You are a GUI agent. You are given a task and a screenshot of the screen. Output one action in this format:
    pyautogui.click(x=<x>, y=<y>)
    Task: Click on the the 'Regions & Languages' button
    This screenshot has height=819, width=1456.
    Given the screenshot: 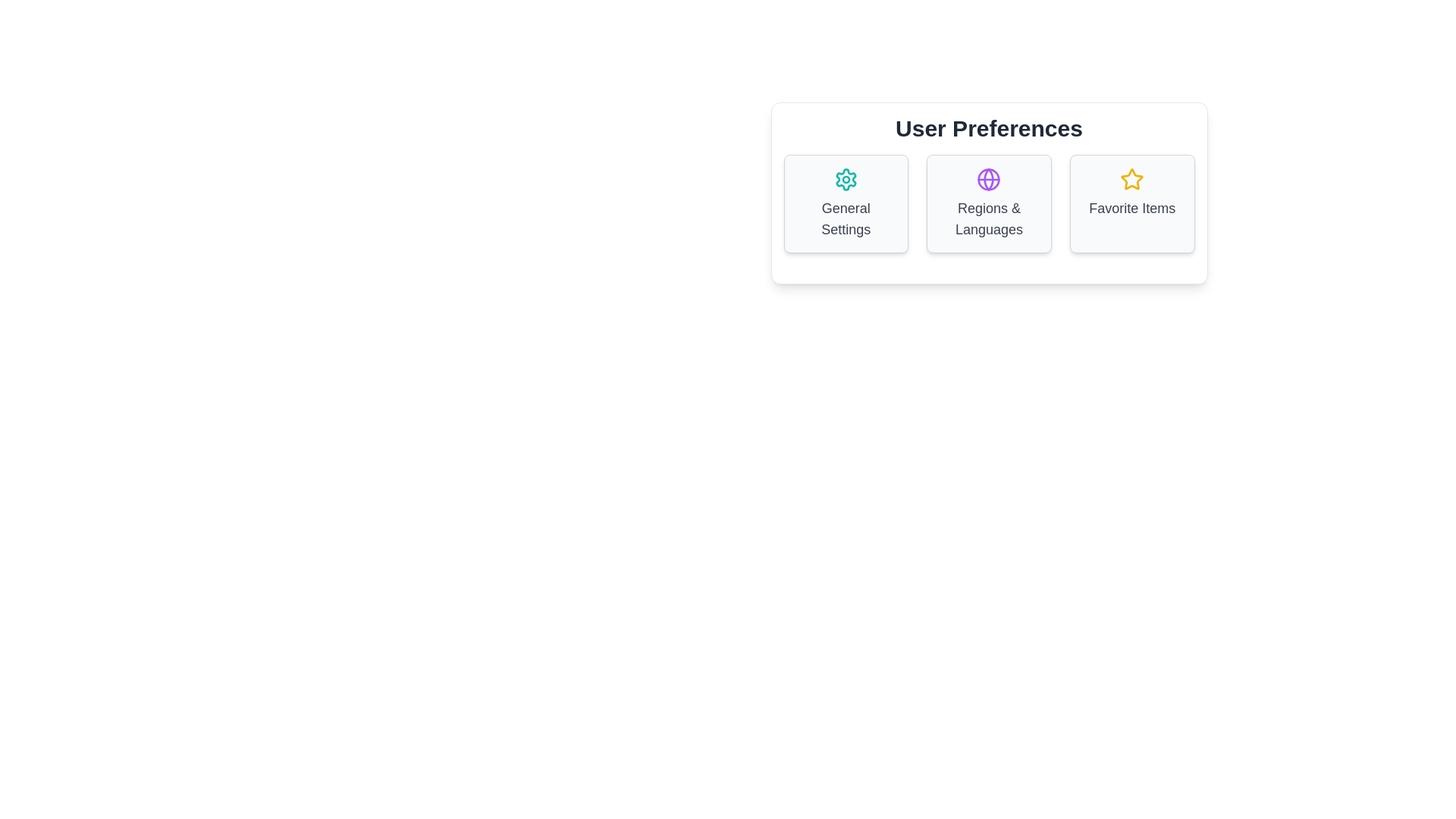 What is the action you would take?
    pyautogui.click(x=989, y=203)
    